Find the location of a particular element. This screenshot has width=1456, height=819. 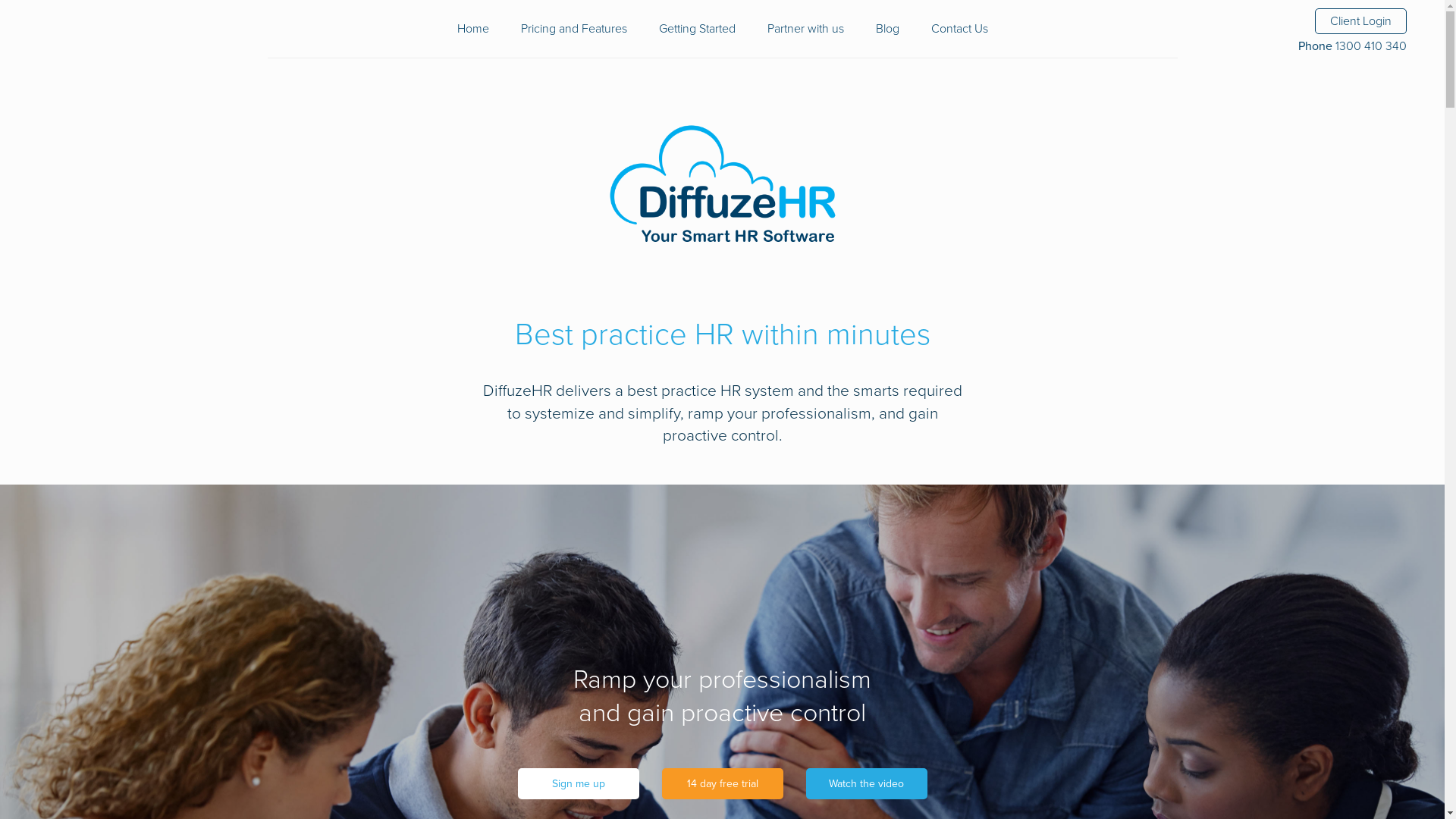

'Contact Us' is located at coordinates (959, 29).